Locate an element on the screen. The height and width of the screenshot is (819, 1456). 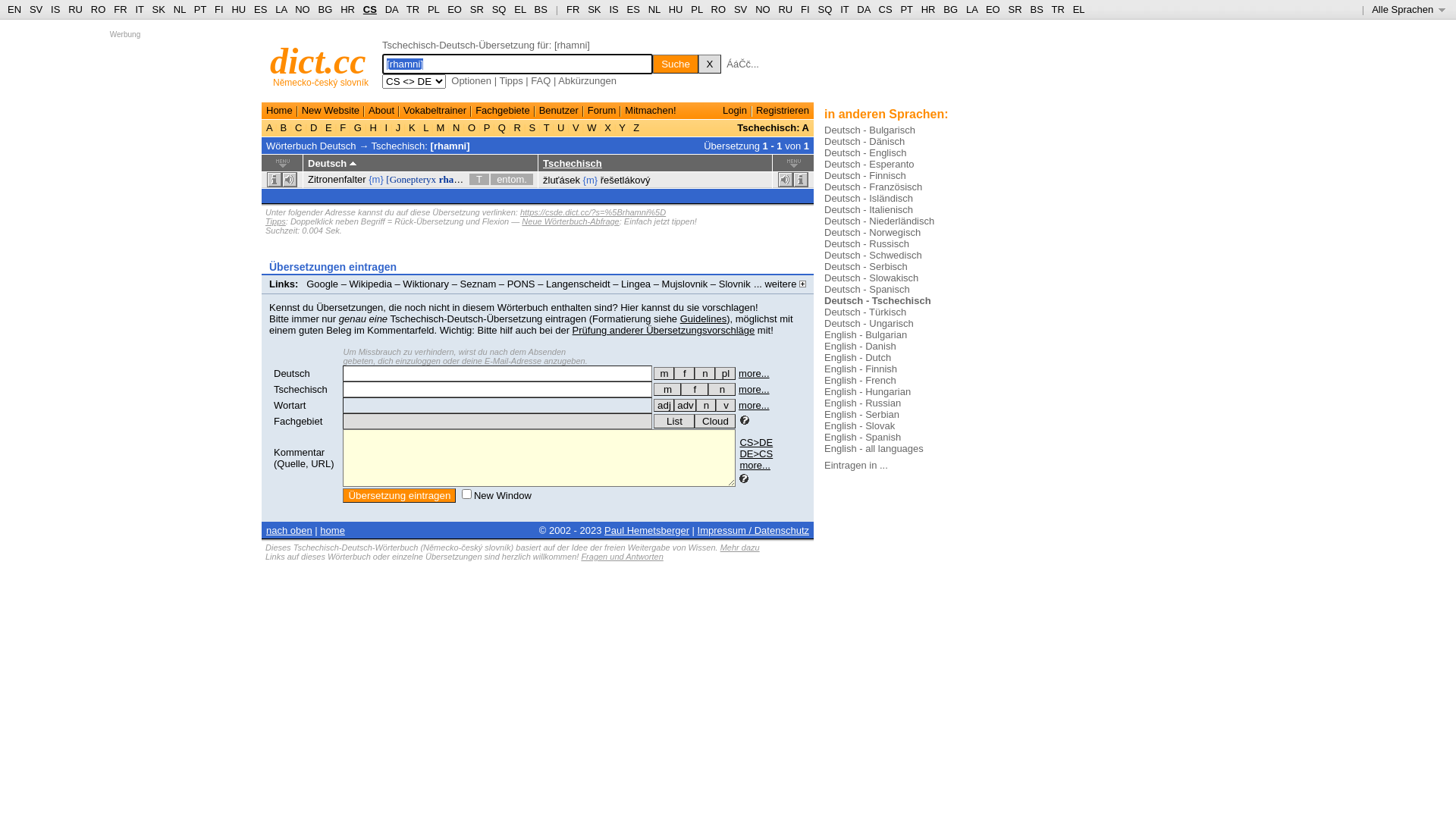
'Q' is located at coordinates (501, 127).